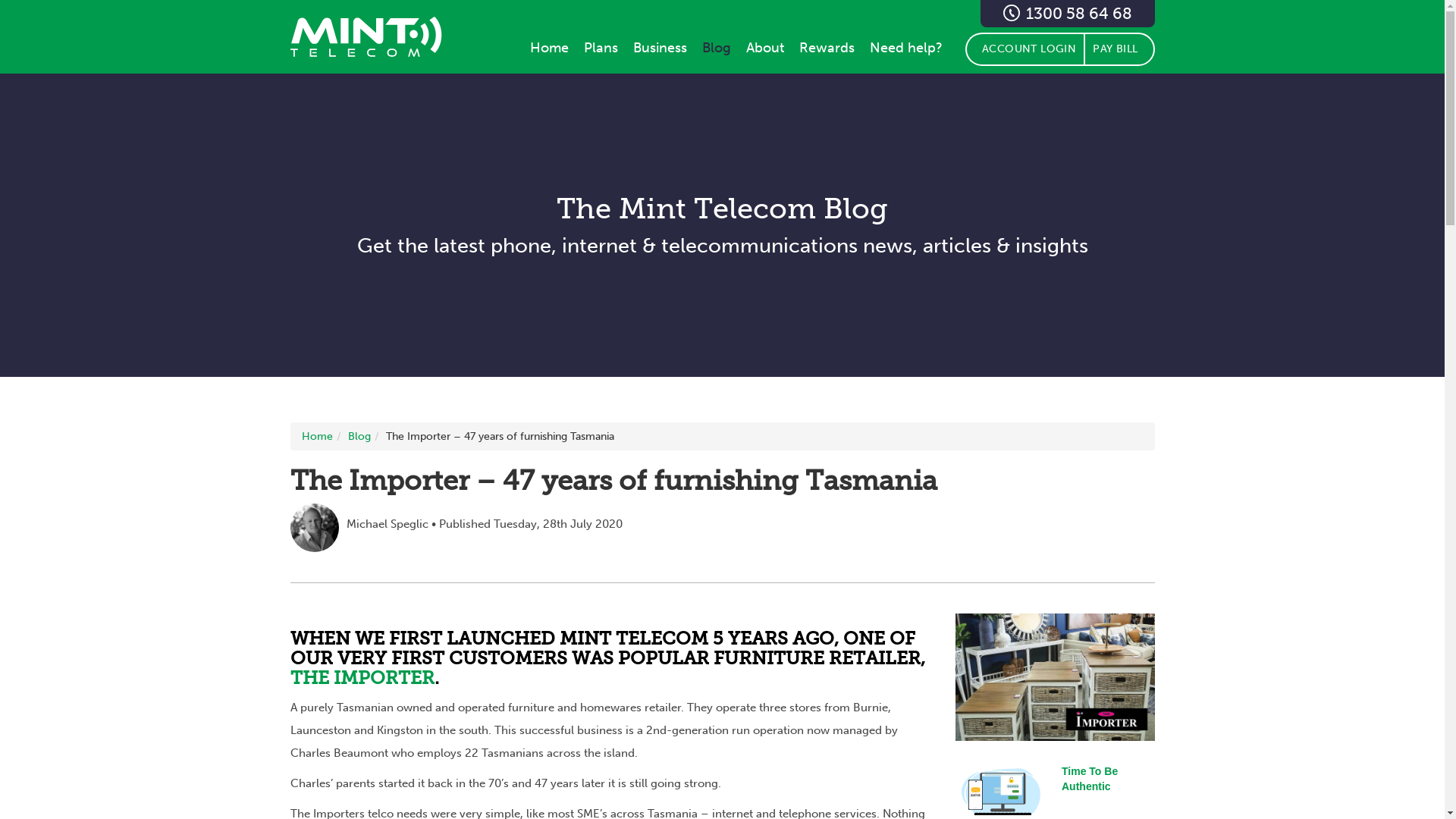 This screenshot has width=1456, height=819. I want to click on 'Need help?', so click(906, 46).